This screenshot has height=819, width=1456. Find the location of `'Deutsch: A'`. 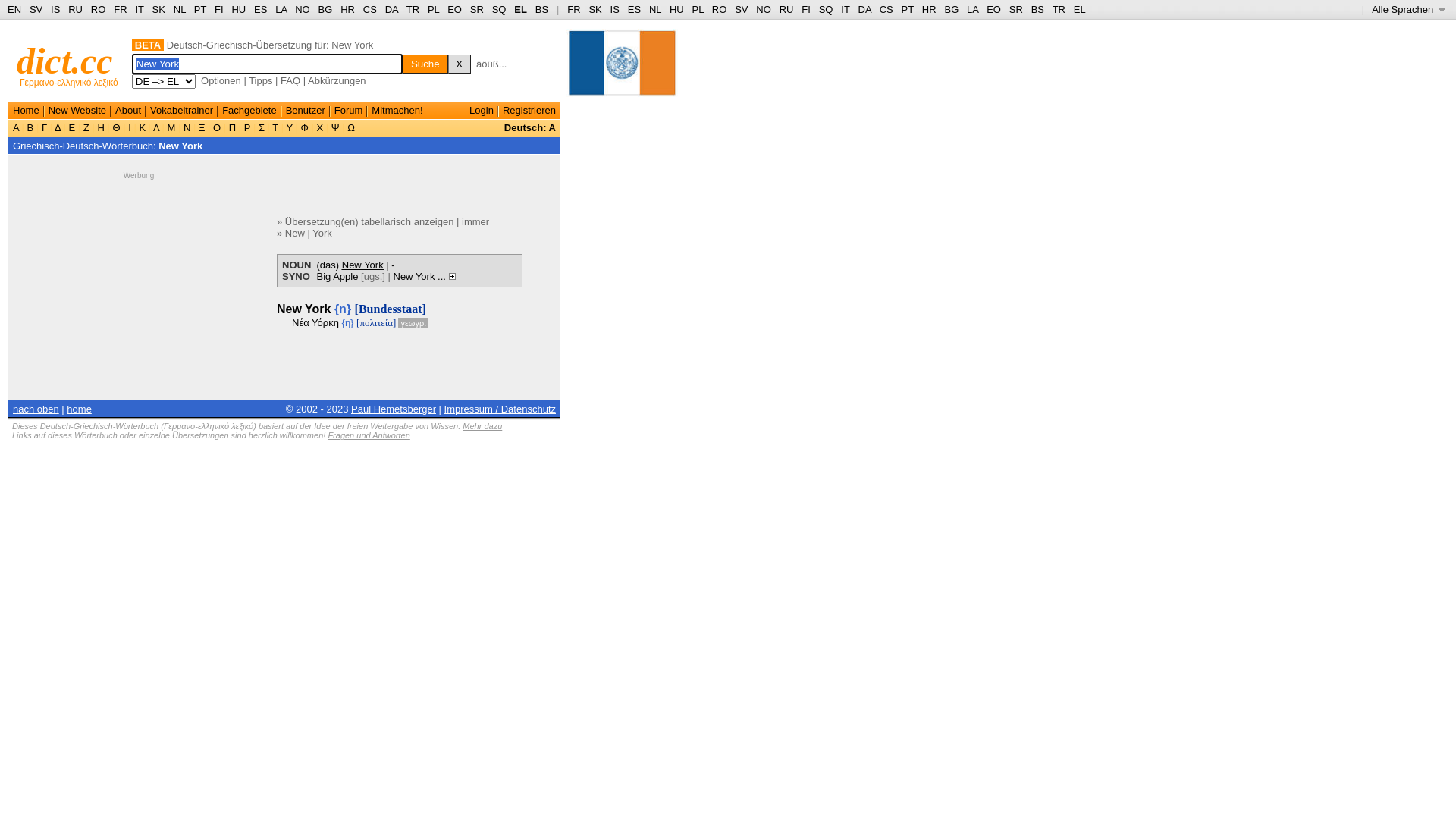

'Deutsch: A' is located at coordinates (530, 127).